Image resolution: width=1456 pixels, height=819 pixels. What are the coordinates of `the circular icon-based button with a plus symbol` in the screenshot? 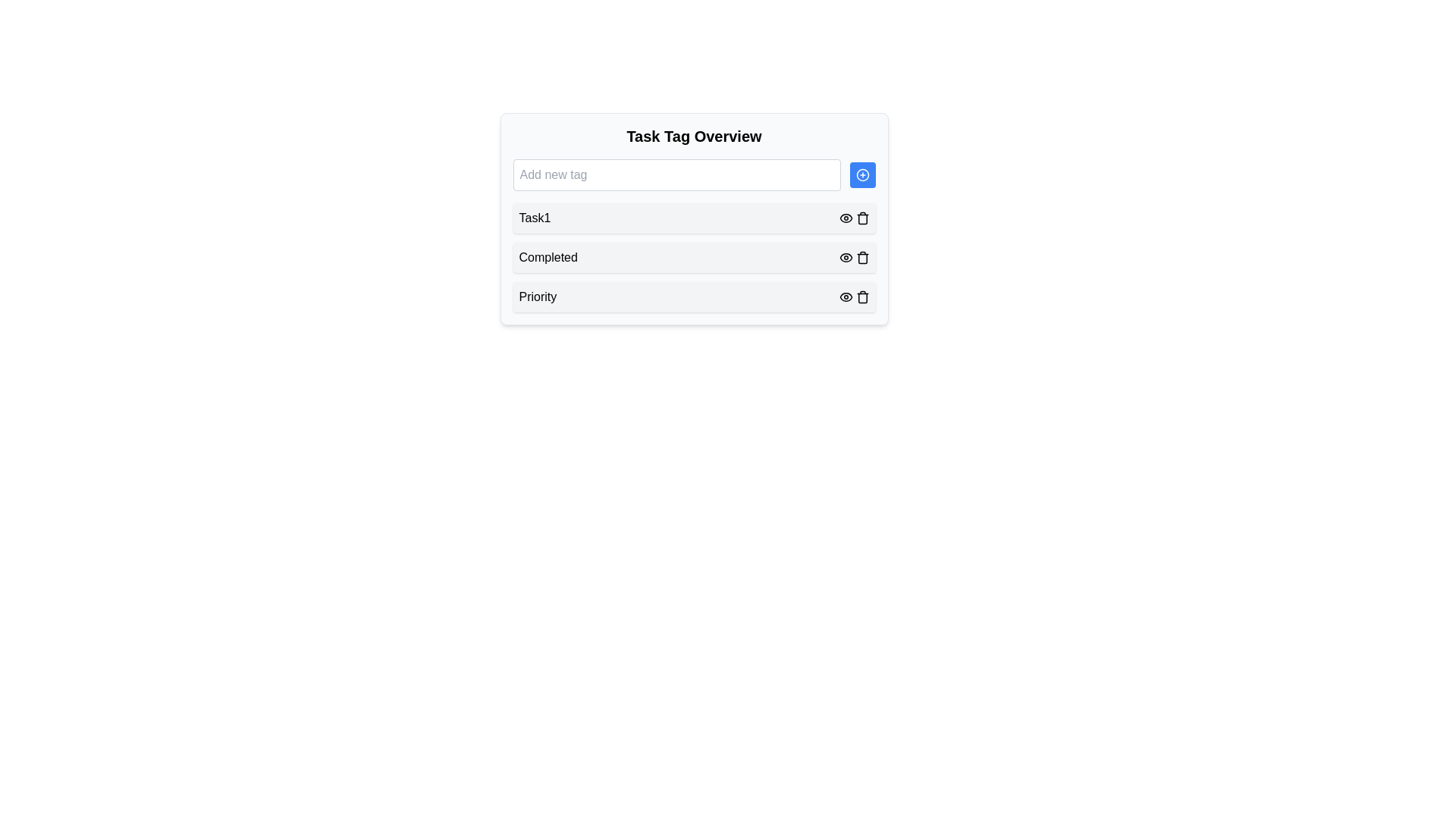 It's located at (862, 174).